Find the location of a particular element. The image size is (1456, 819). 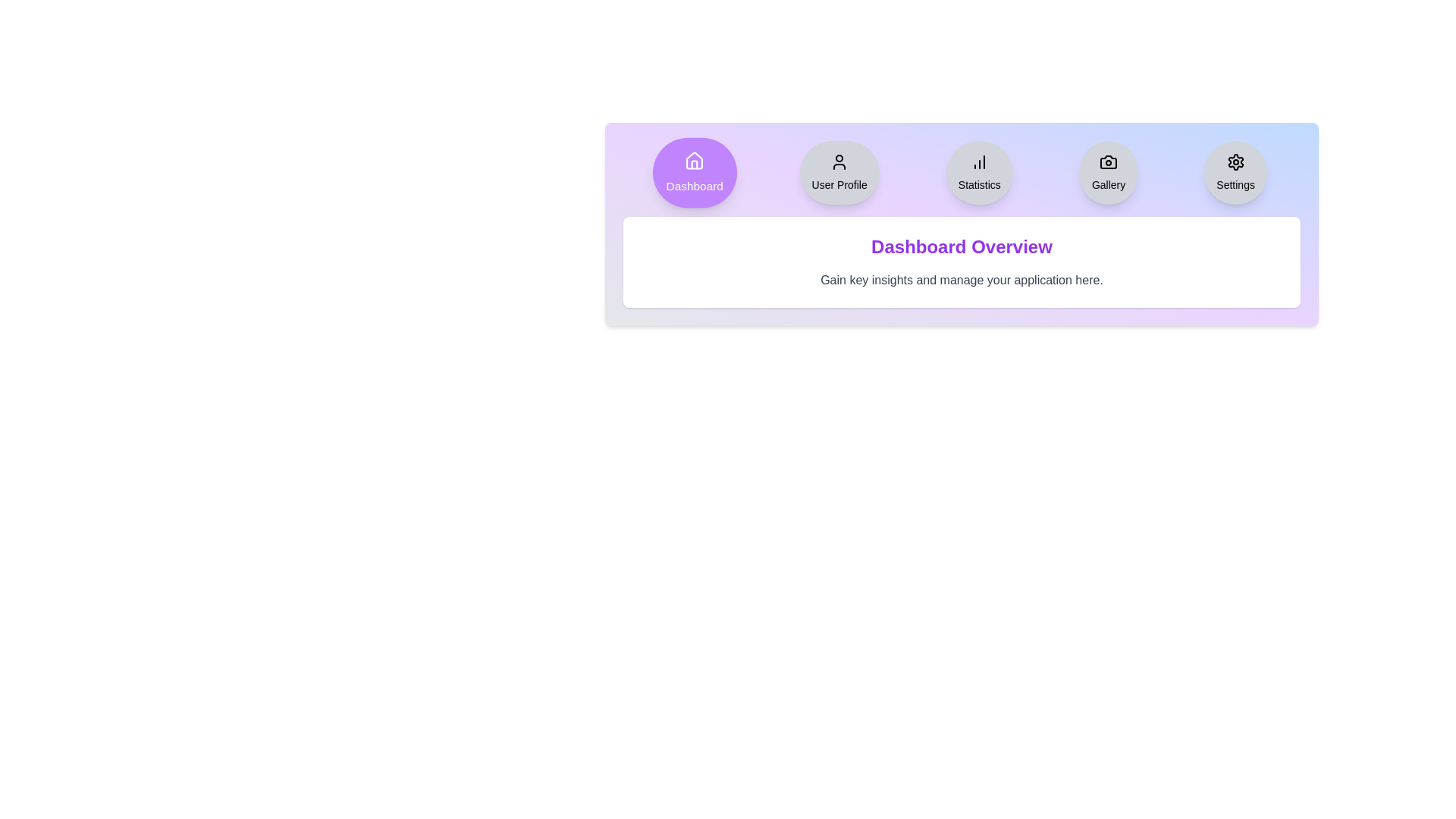

text of the 'Dashboard' label located centrally below the circular button with a purple background and a white home icon is located at coordinates (694, 185).